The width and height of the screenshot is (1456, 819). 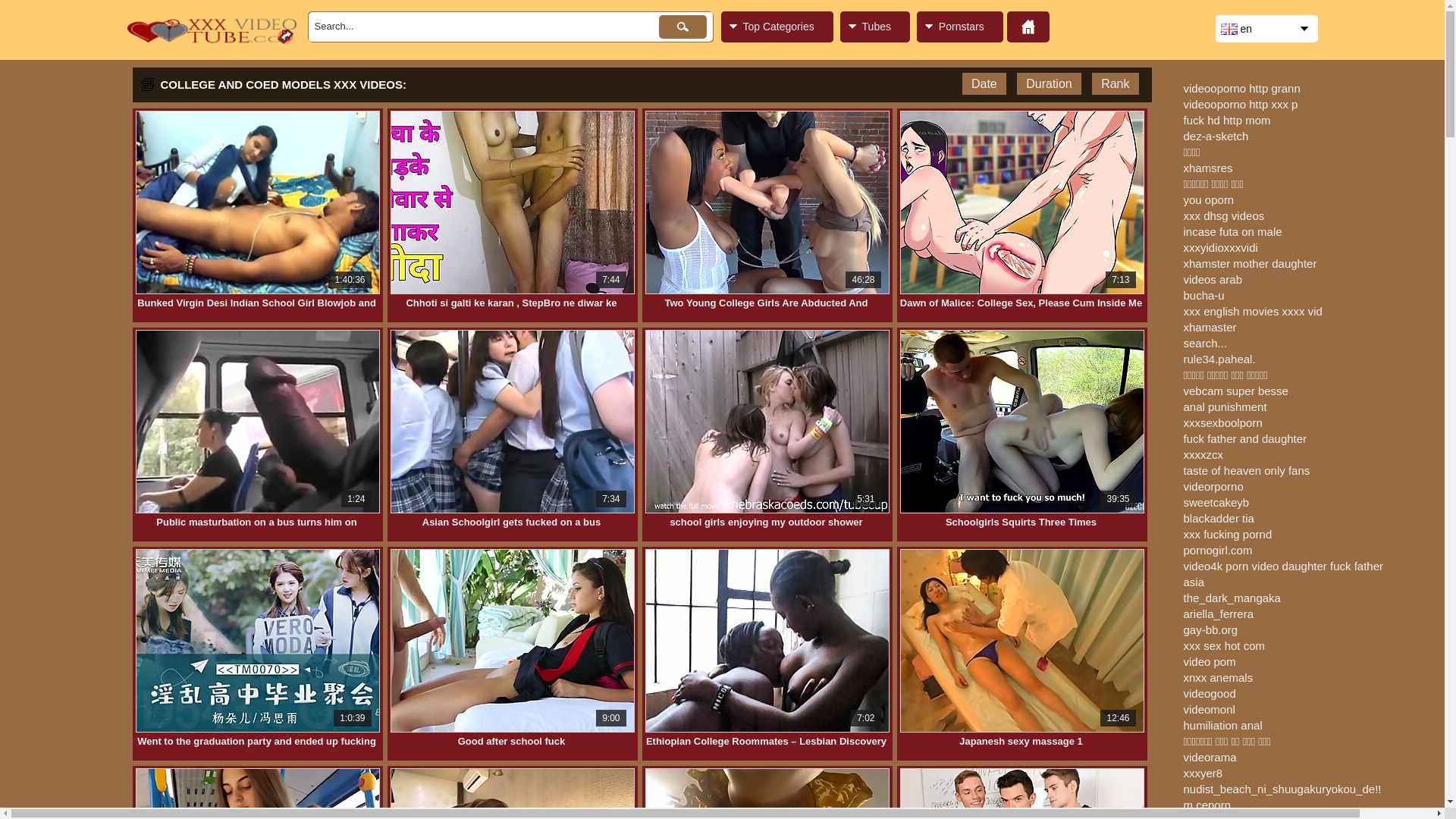 I want to click on 'videooporno http xxx p', so click(x=1182, y=103).